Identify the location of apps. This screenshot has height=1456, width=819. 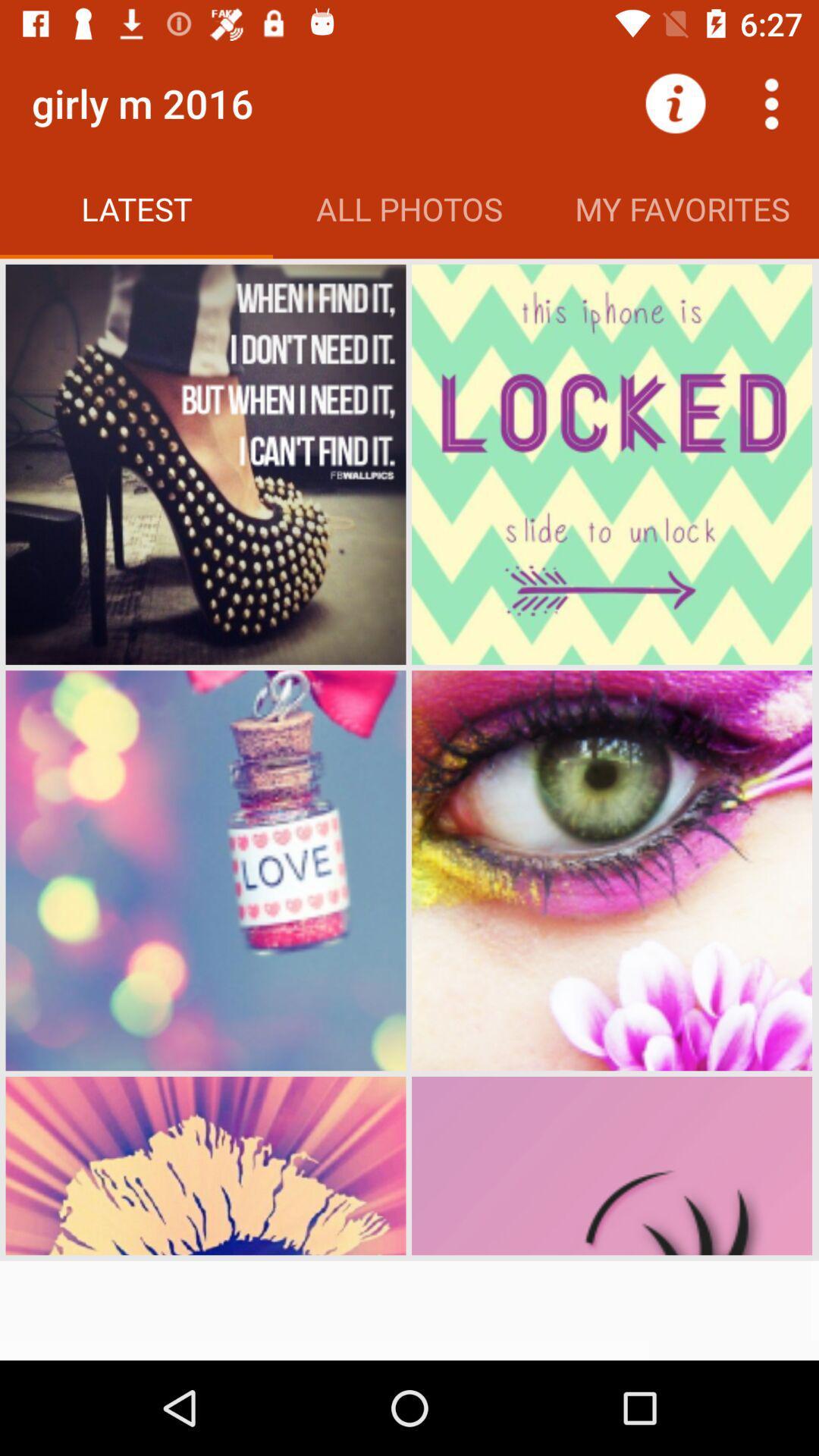
(771, 102).